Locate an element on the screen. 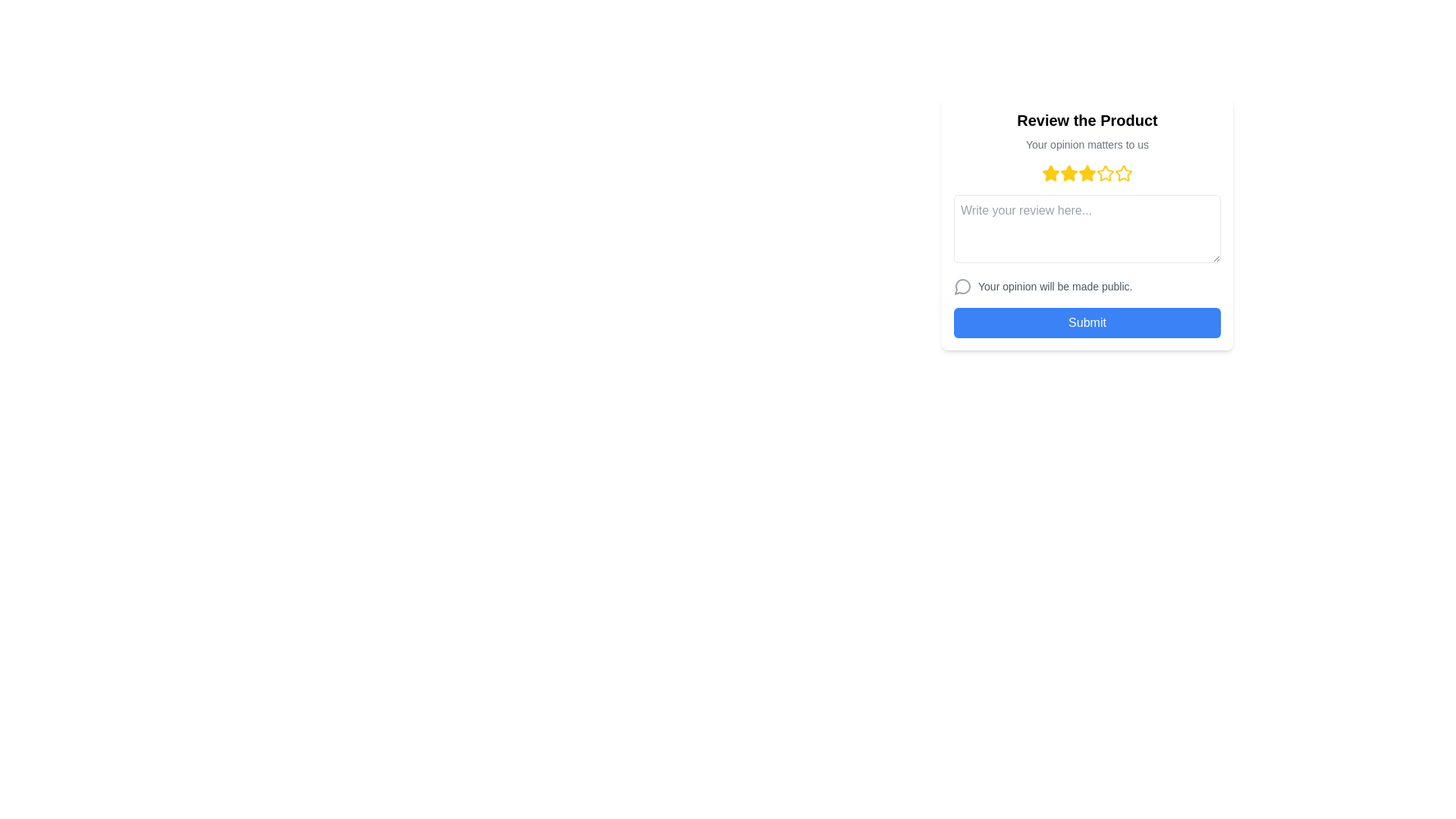  the first yellow star icon is located at coordinates (1050, 172).